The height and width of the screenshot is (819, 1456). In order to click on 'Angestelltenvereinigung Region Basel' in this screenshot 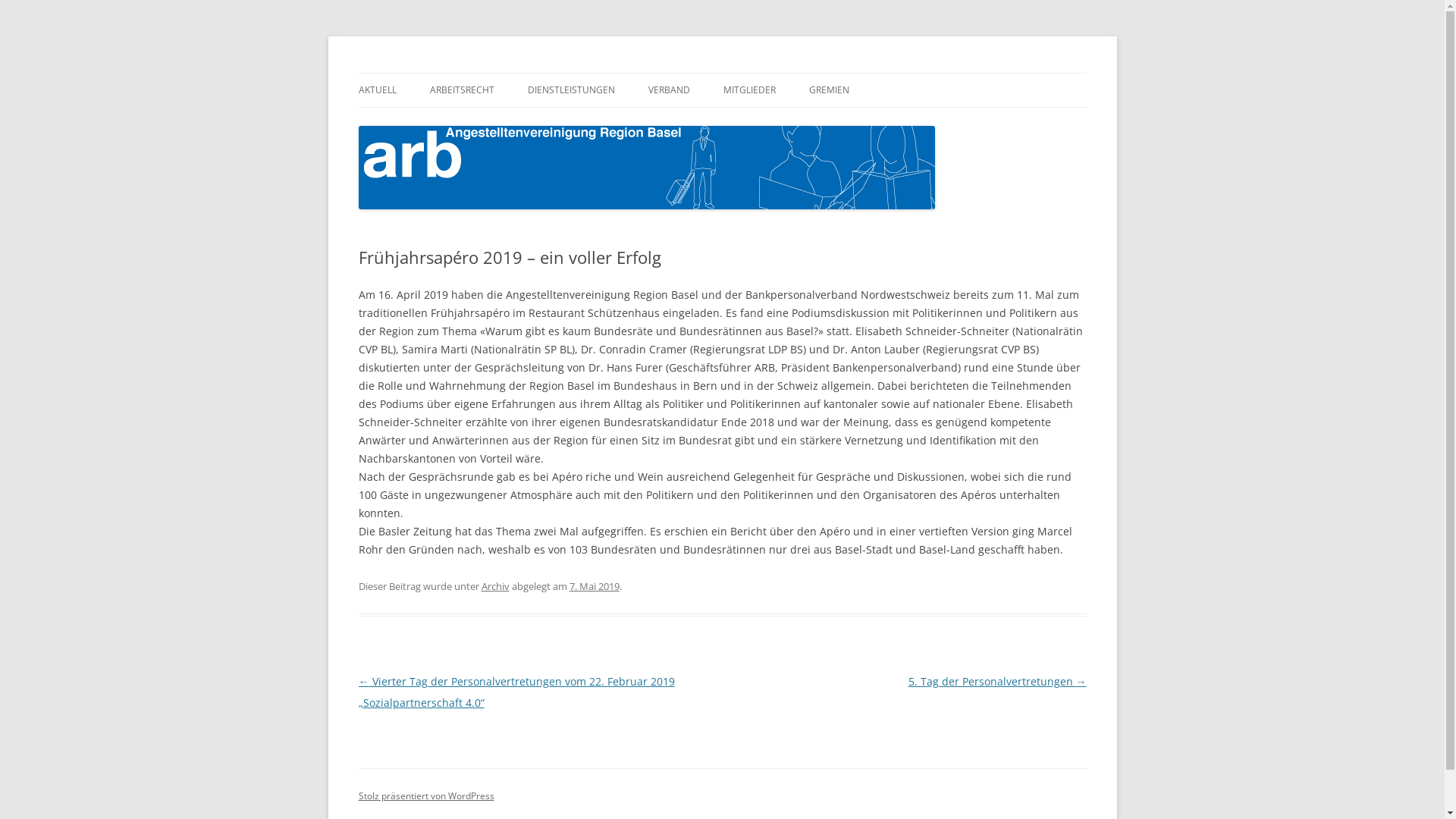, I will do `click(356, 73)`.